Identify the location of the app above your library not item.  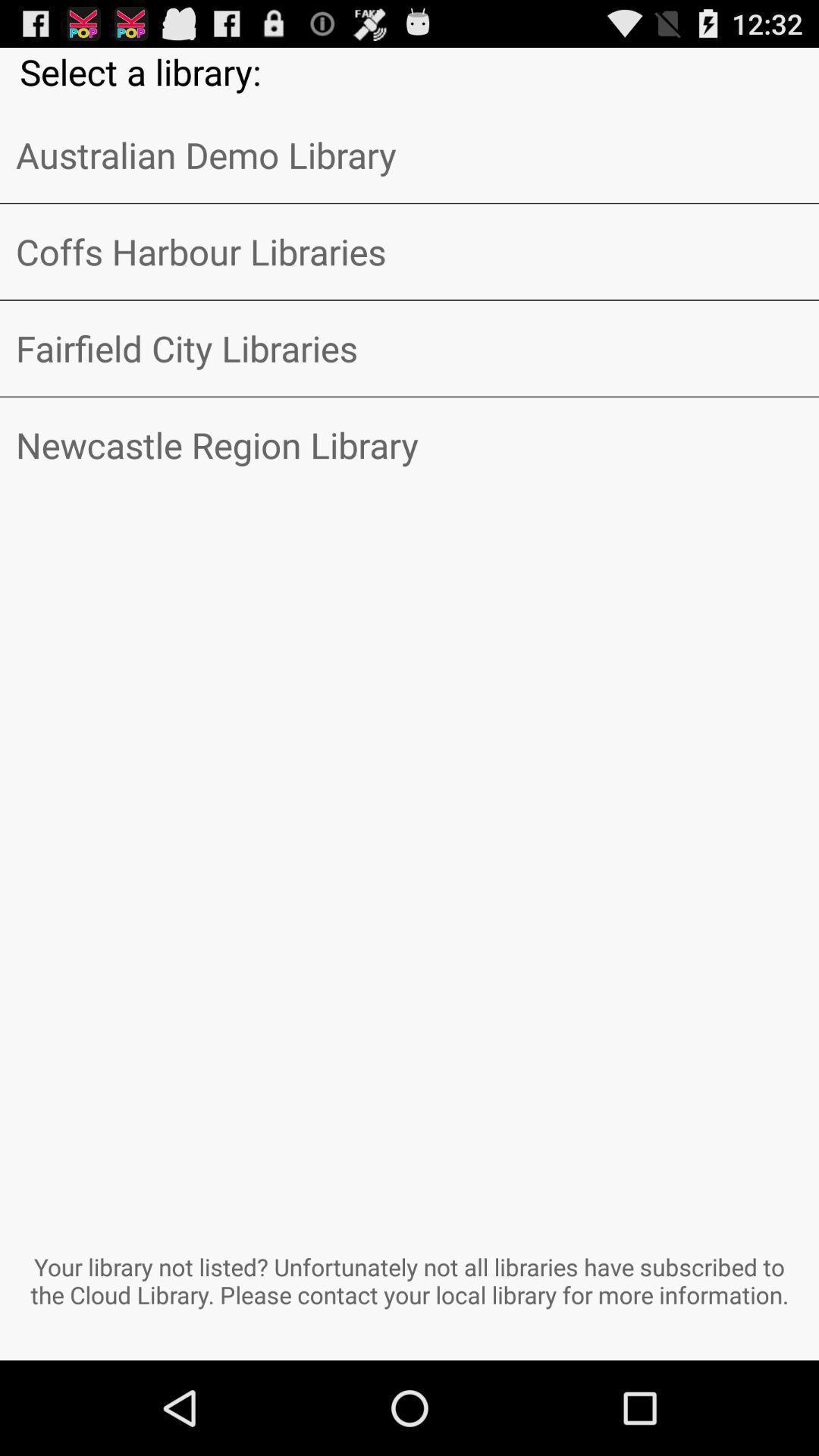
(409, 444).